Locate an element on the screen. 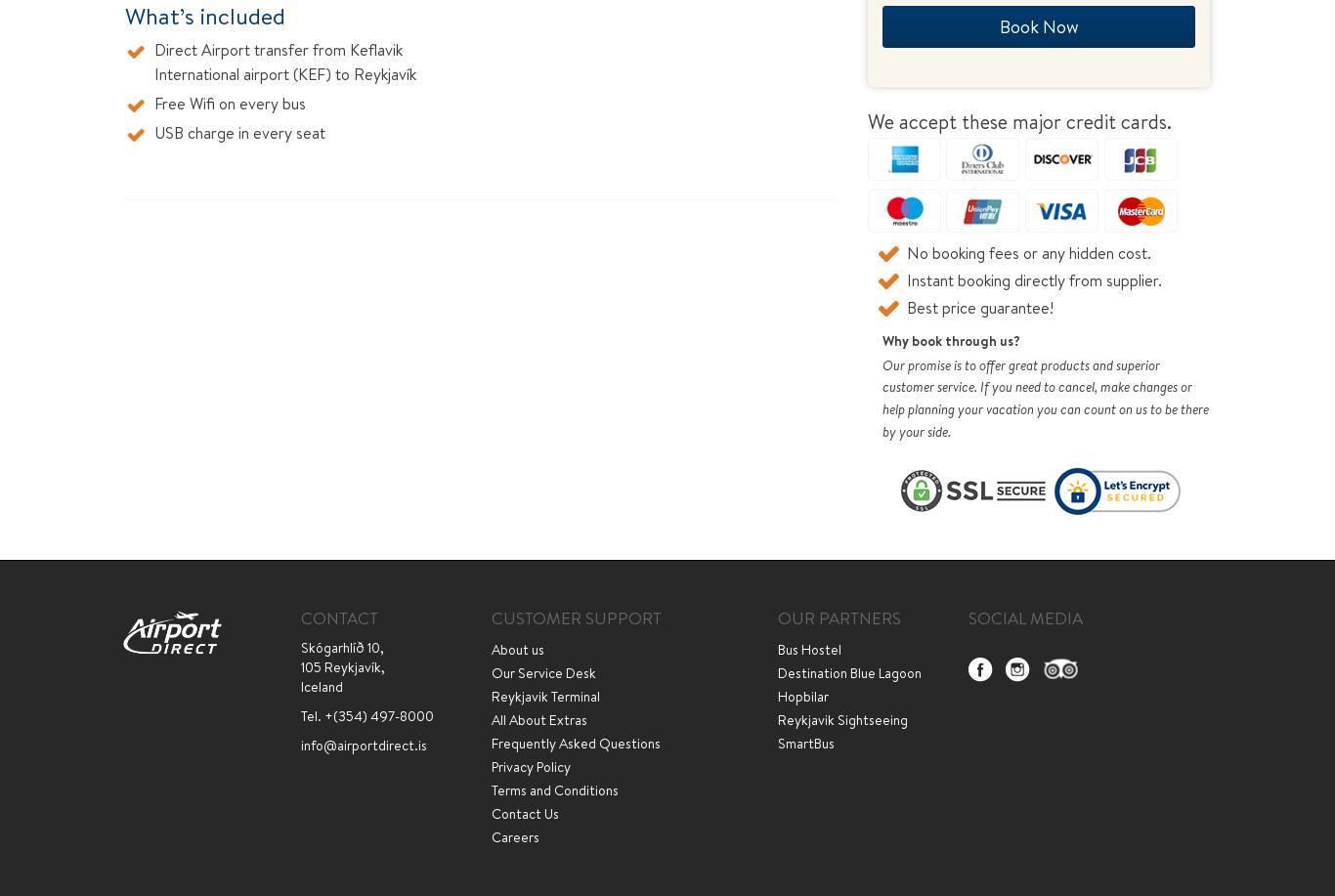  'Frequently Asked Questions' is located at coordinates (575, 742).